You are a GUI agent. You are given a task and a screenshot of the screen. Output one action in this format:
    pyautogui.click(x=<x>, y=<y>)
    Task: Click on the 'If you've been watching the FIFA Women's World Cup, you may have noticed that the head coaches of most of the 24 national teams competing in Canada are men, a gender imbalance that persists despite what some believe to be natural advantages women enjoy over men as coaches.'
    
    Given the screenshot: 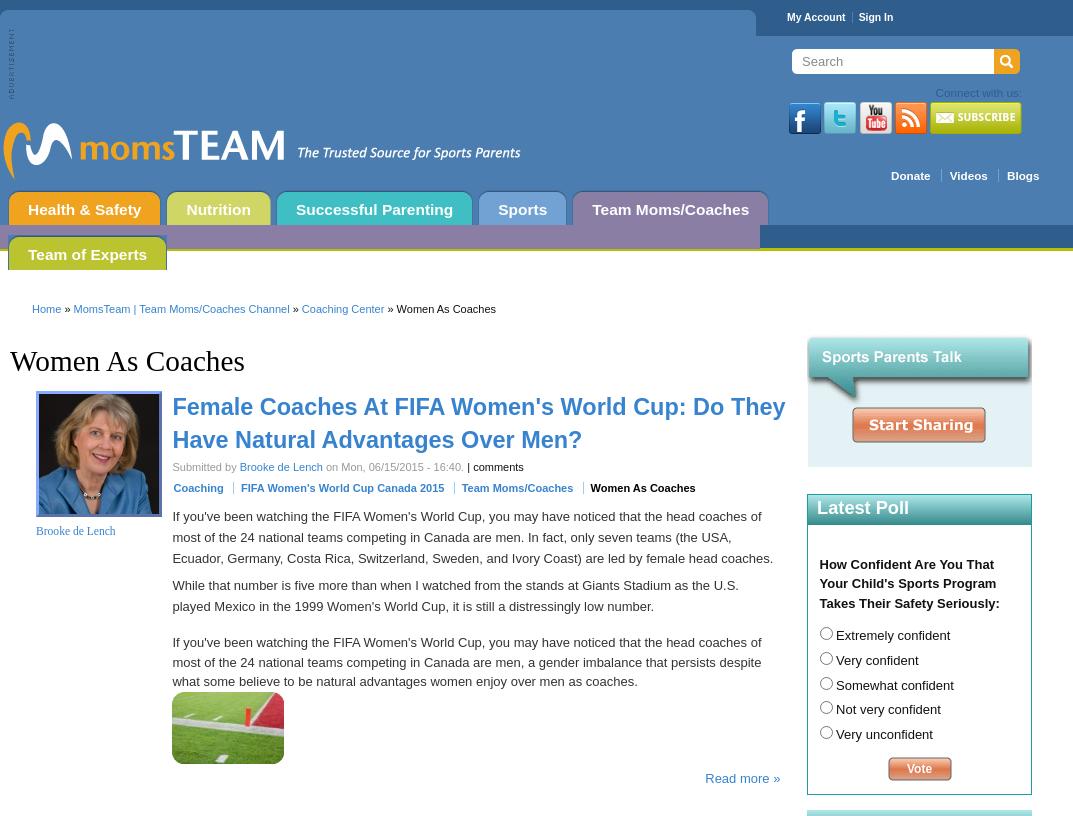 What is the action you would take?
    pyautogui.click(x=171, y=661)
    